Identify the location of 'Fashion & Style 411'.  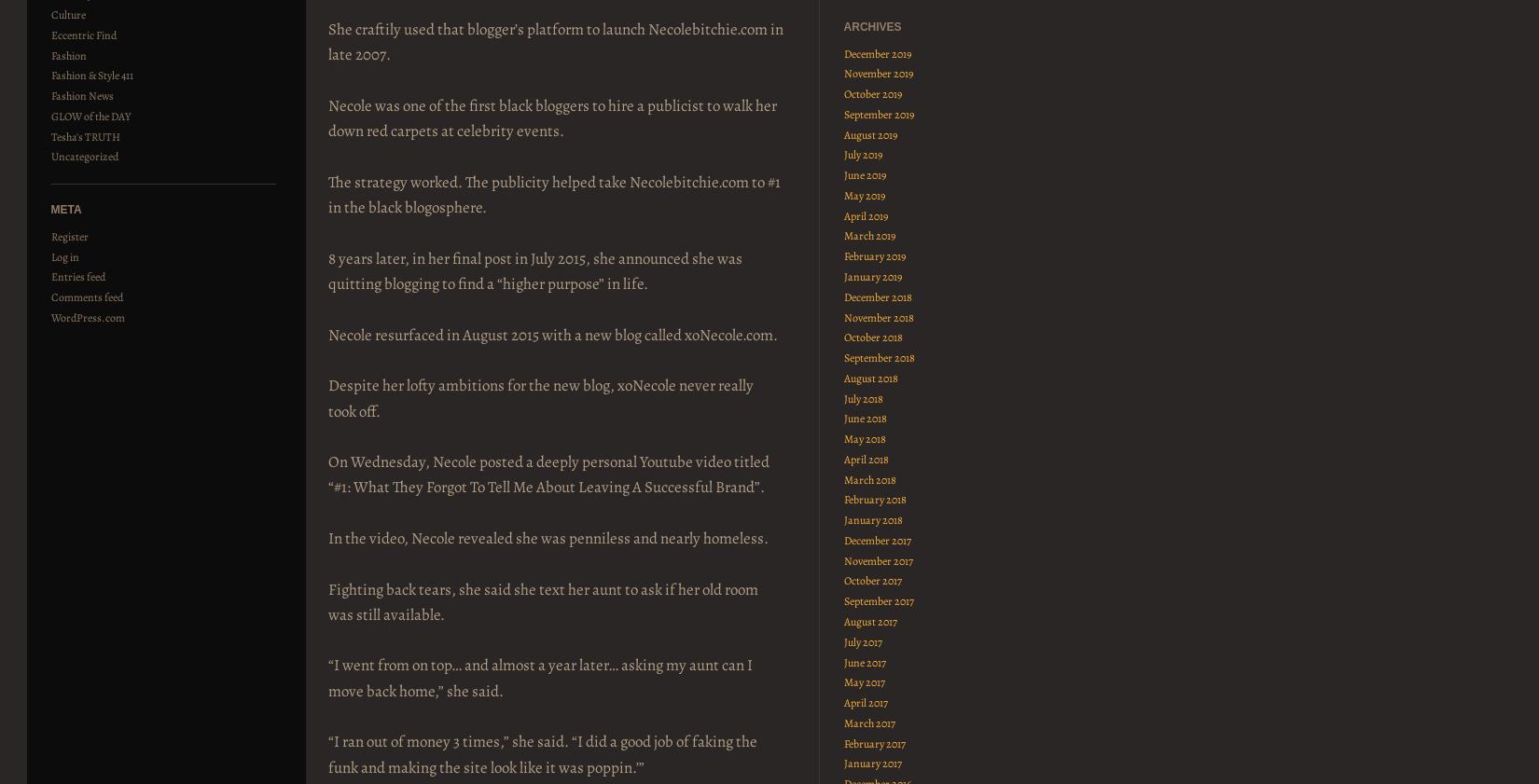
(49, 74).